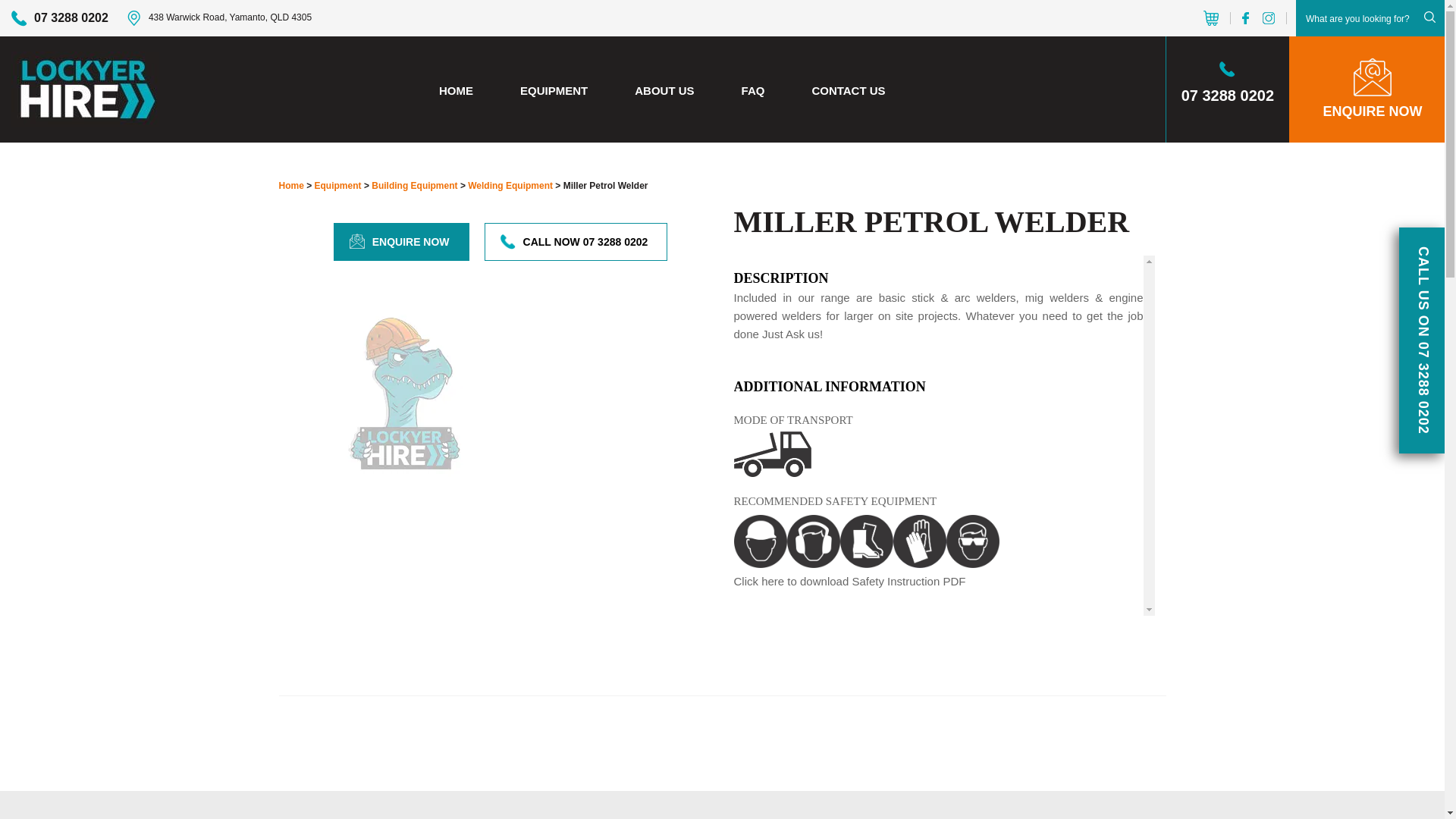 Image resolution: width=1456 pixels, height=819 pixels. I want to click on 'Building Equipment', so click(416, 185).